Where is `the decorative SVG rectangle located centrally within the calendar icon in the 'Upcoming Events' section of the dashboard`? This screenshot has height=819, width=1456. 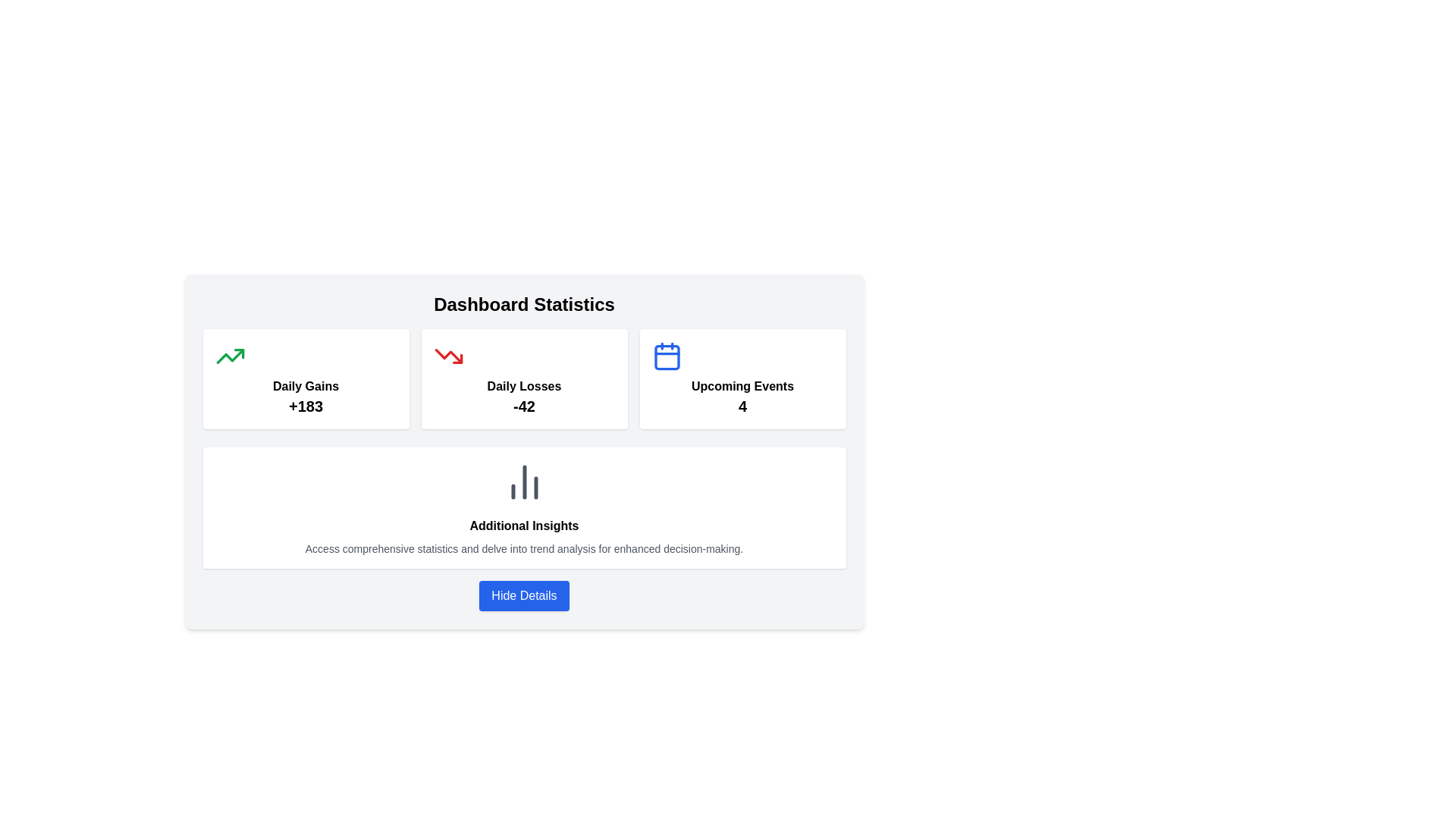
the decorative SVG rectangle located centrally within the calendar icon in the 'Upcoming Events' section of the dashboard is located at coordinates (667, 357).